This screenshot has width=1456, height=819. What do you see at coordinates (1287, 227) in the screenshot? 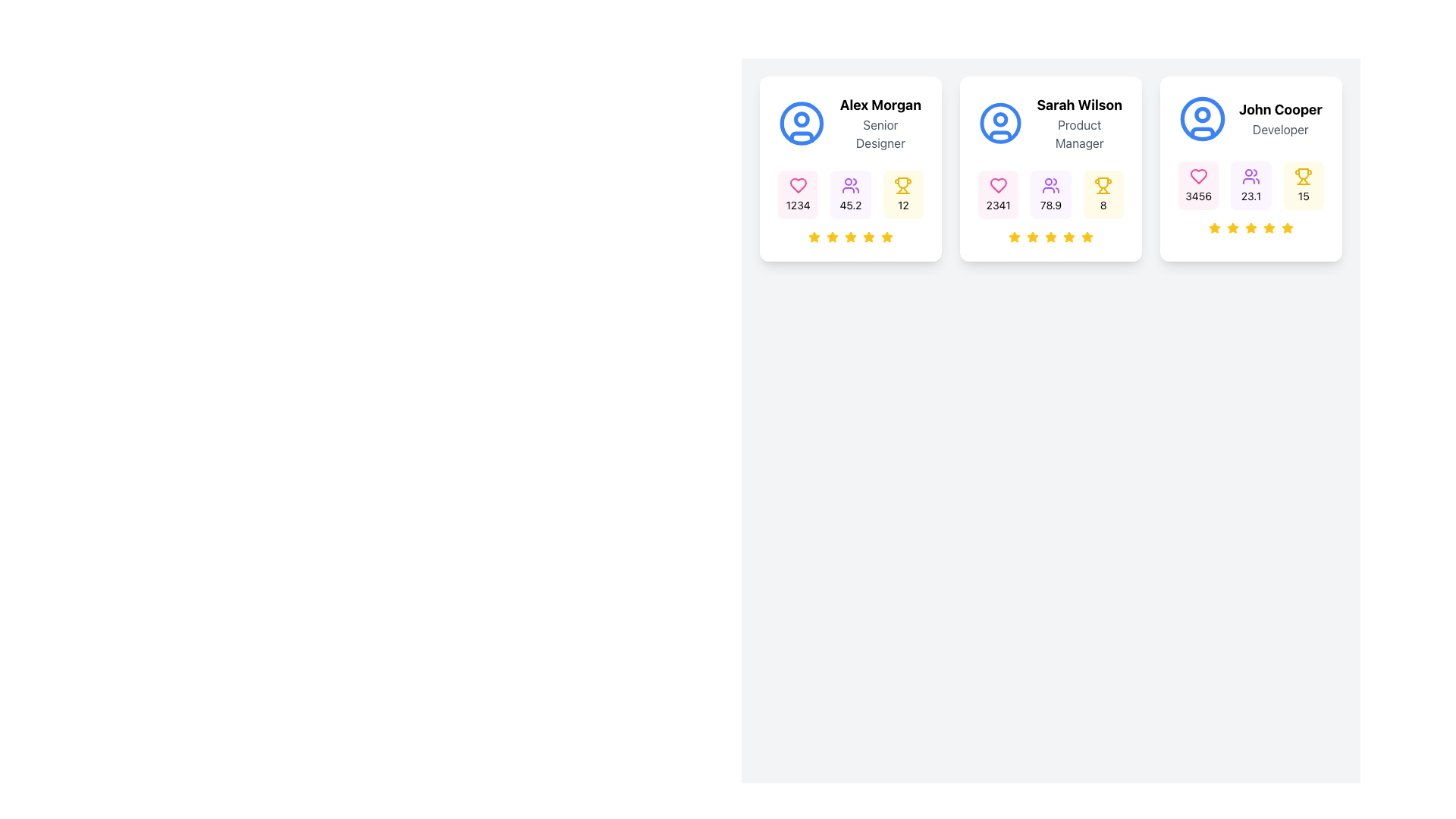
I see `the sixth star icon in the rating system of John Cooper's profile card` at bounding box center [1287, 227].